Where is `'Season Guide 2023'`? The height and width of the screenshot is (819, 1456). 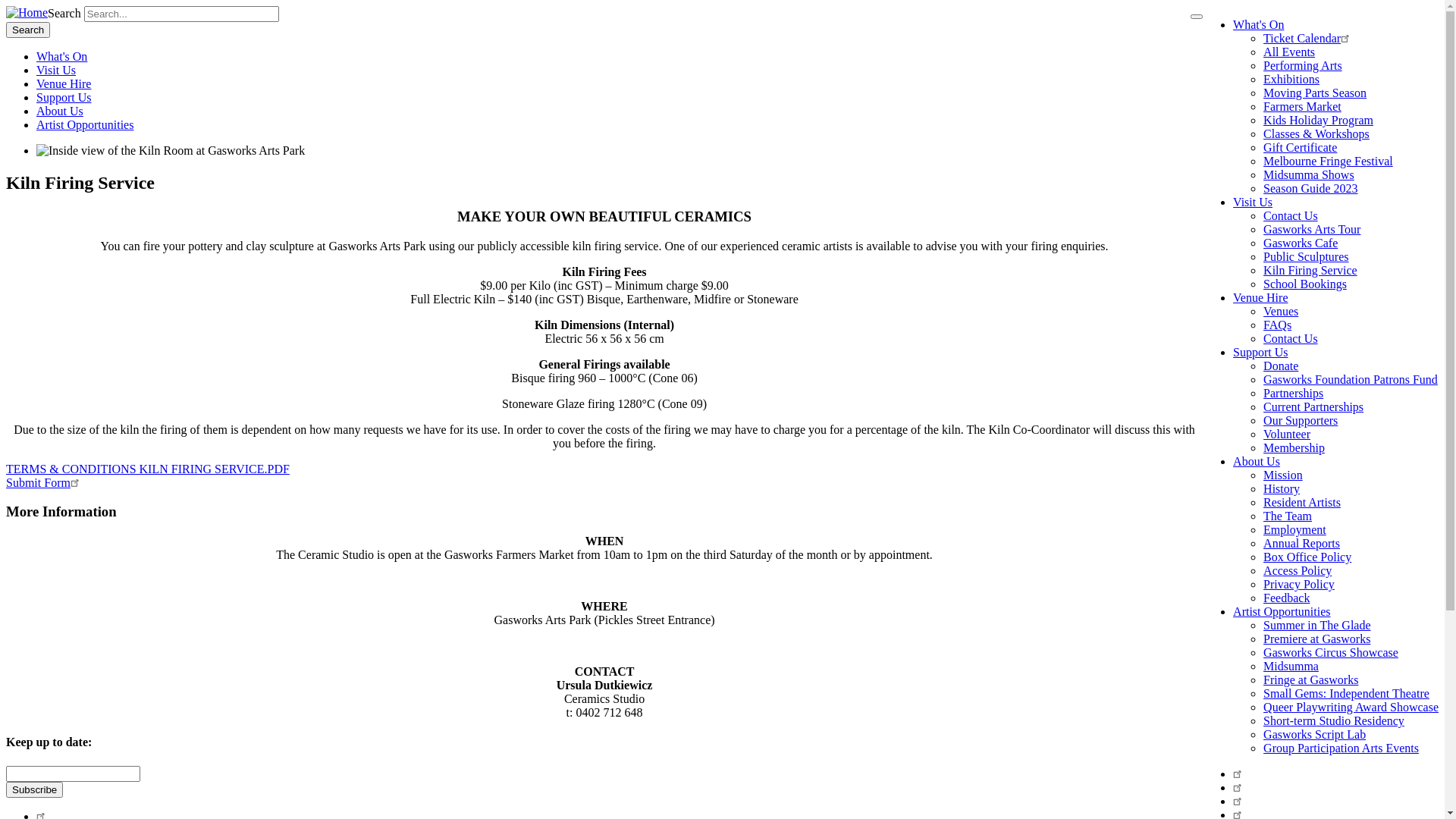
'Season Guide 2023' is located at coordinates (1310, 187).